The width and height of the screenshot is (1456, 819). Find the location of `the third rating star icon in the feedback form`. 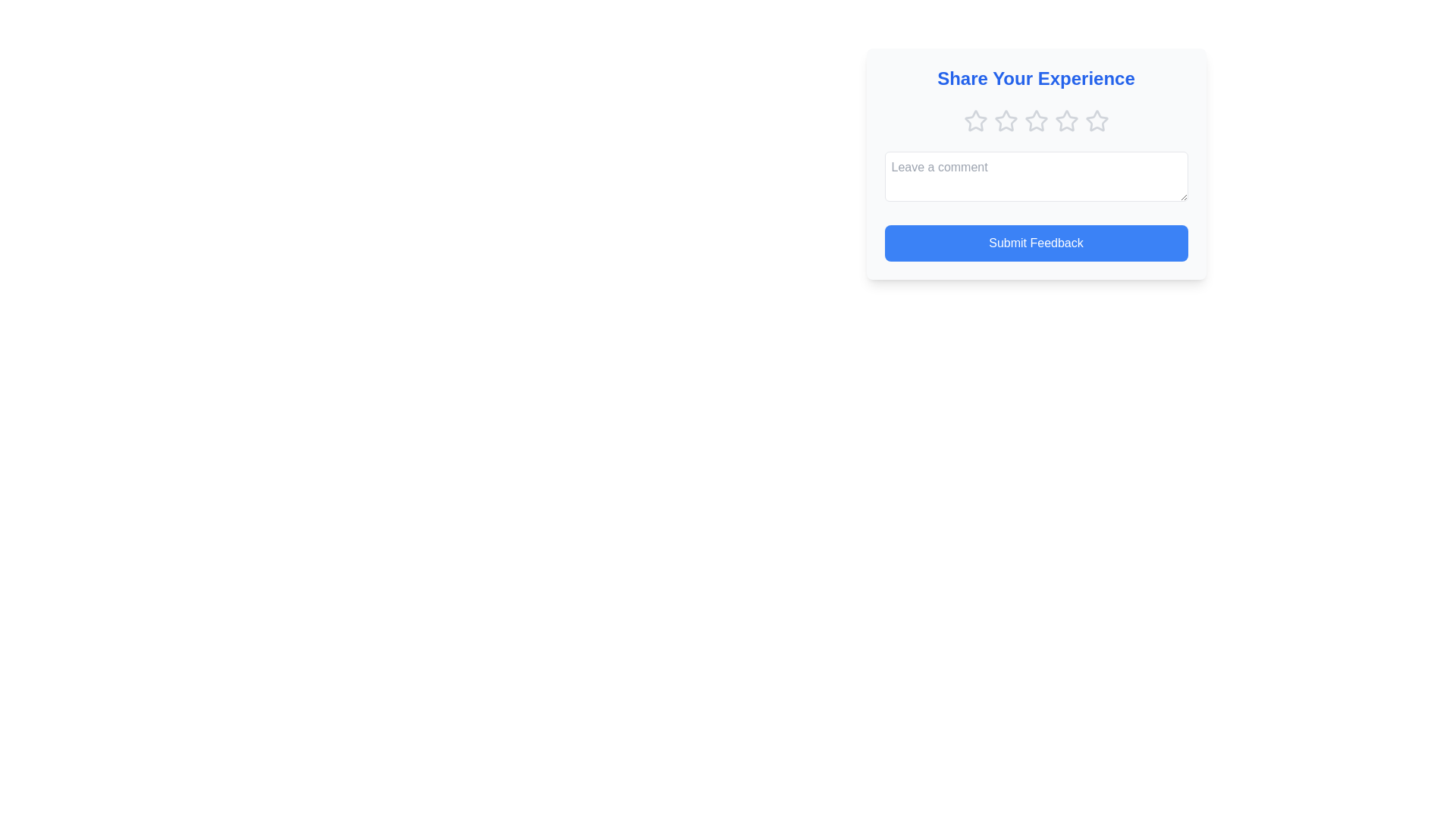

the third rating star icon in the feedback form is located at coordinates (1035, 119).